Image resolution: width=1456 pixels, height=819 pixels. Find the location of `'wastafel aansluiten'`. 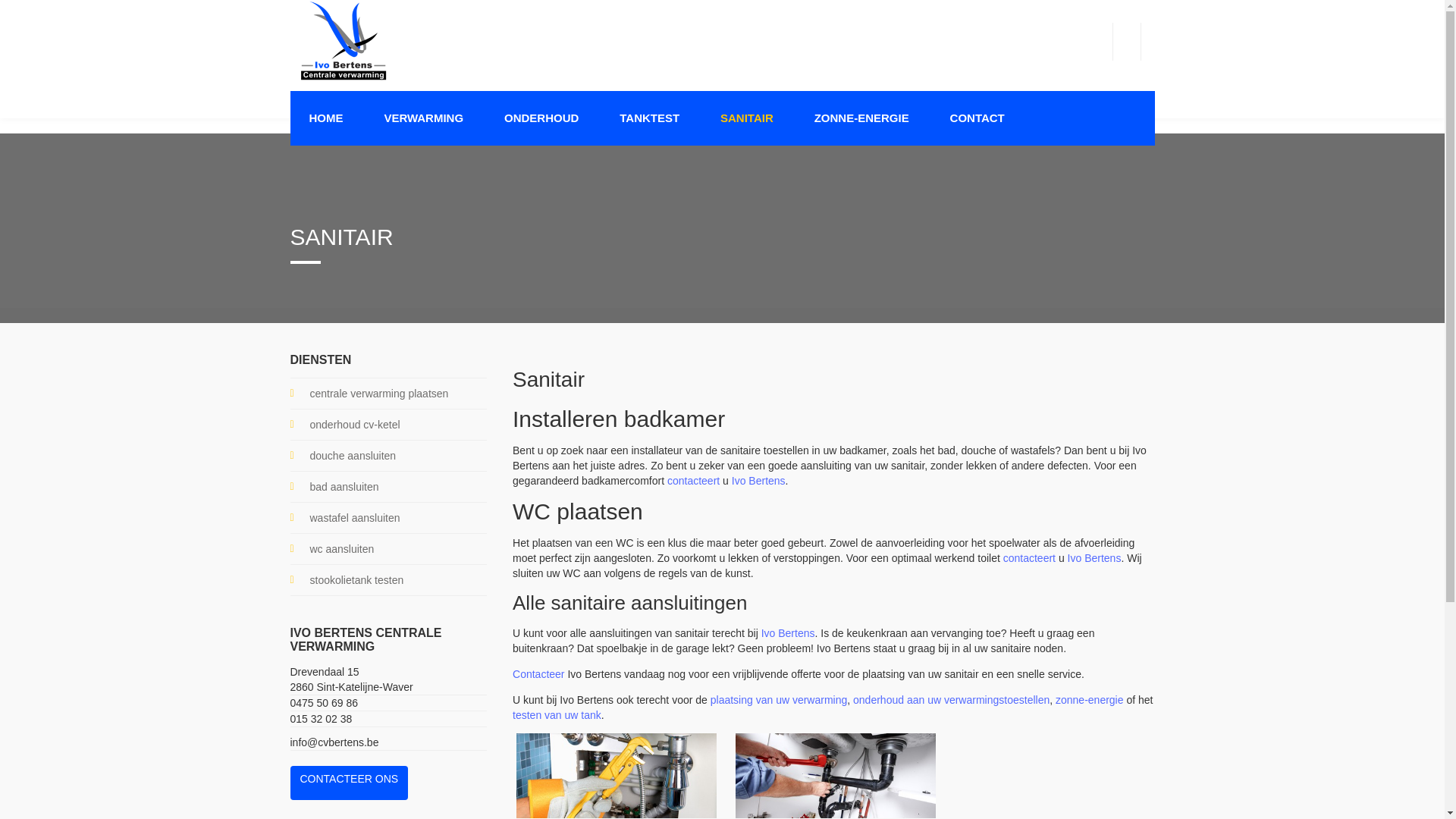

'wastafel aansluiten' is located at coordinates (388, 516).